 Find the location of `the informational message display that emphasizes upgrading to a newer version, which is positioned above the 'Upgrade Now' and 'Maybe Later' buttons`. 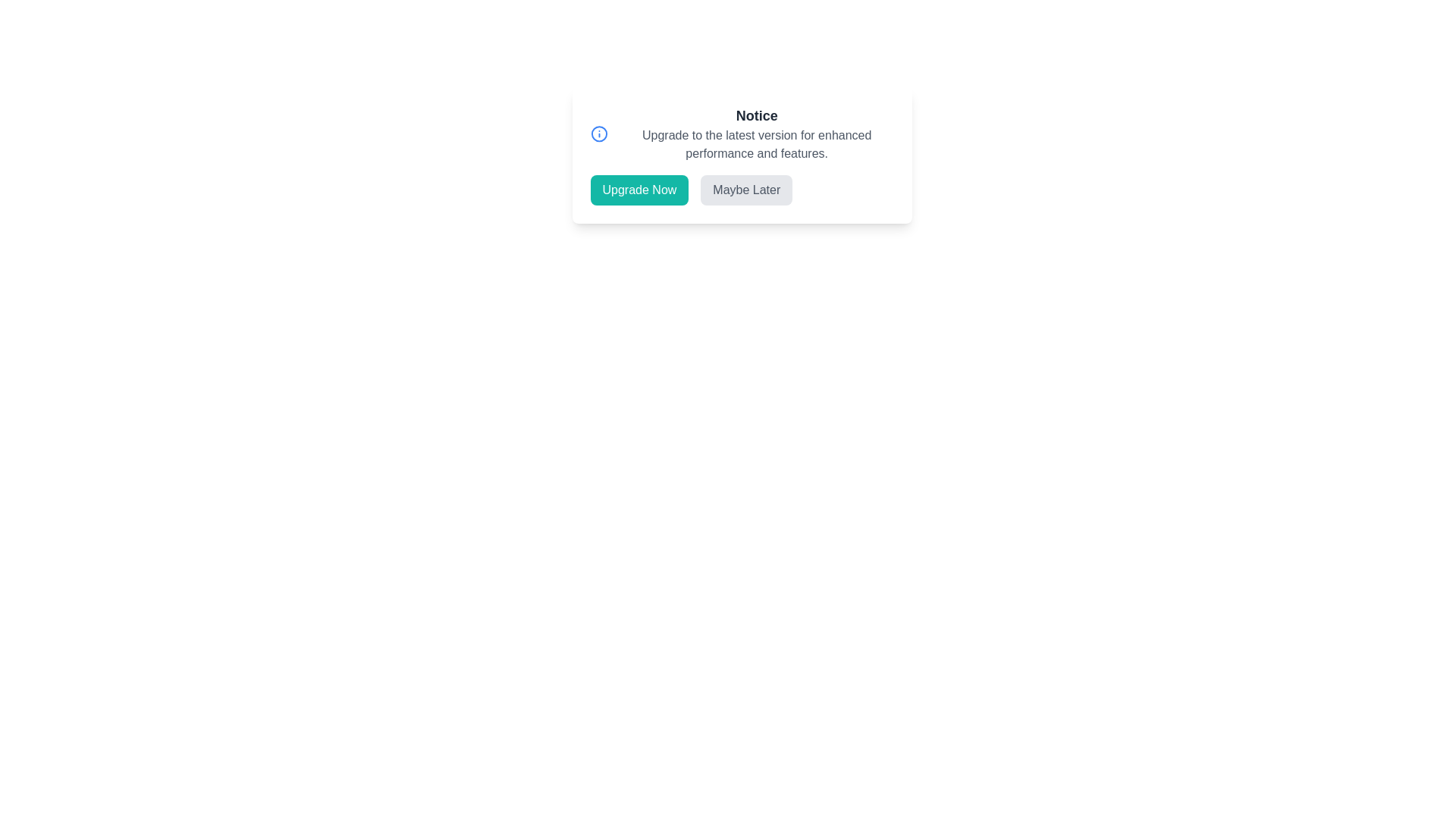

the informational message display that emphasizes upgrading to a newer version, which is positioned above the 'Upgrade Now' and 'Maybe Later' buttons is located at coordinates (742, 133).